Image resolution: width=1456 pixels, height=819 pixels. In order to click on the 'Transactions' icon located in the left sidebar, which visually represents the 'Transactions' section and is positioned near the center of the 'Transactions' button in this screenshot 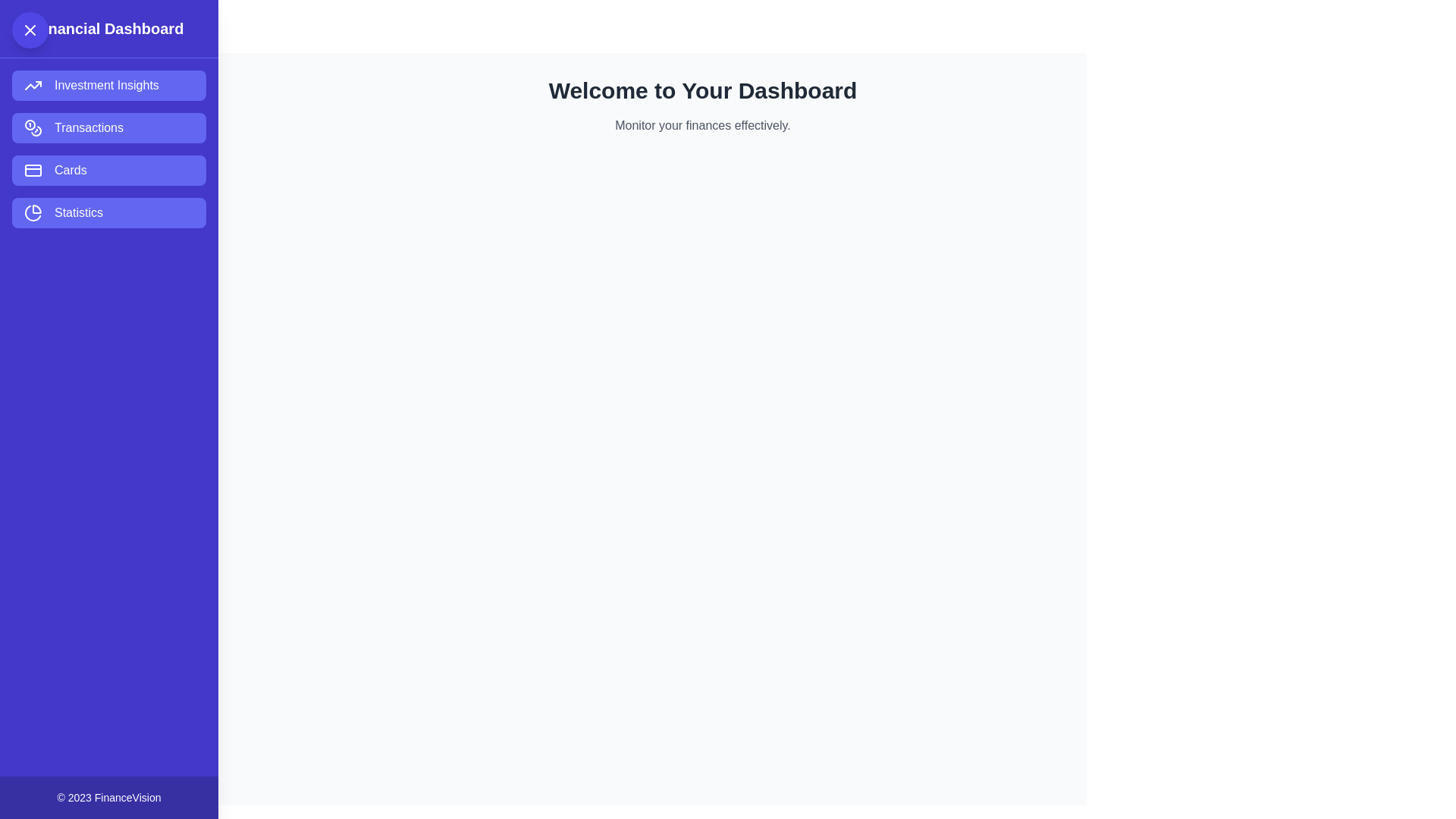, I will do `click(33, 127)`.